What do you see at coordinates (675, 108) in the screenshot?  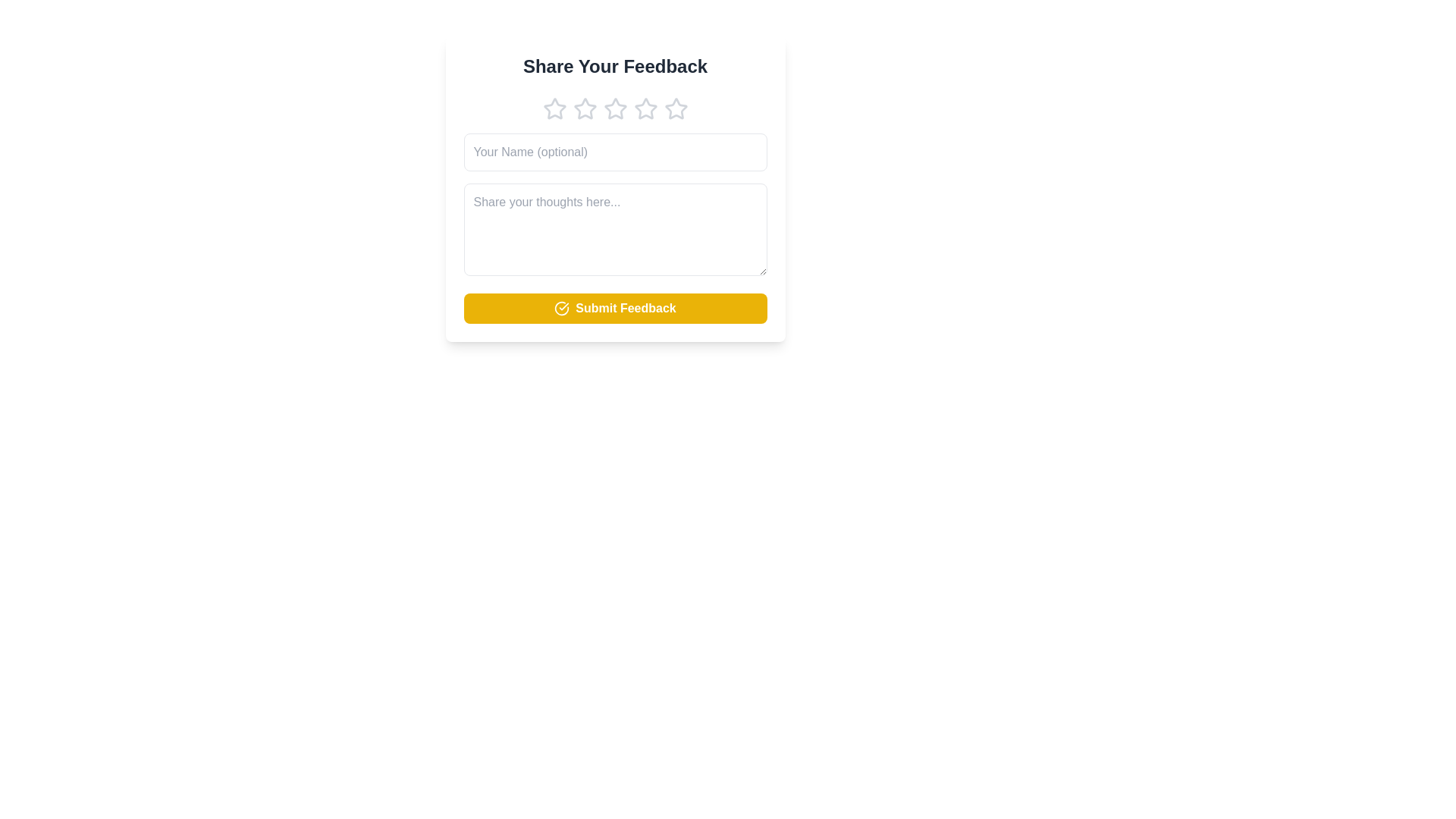 I see `the fifth selectable rating star icon` at bounding box center [675, 108].